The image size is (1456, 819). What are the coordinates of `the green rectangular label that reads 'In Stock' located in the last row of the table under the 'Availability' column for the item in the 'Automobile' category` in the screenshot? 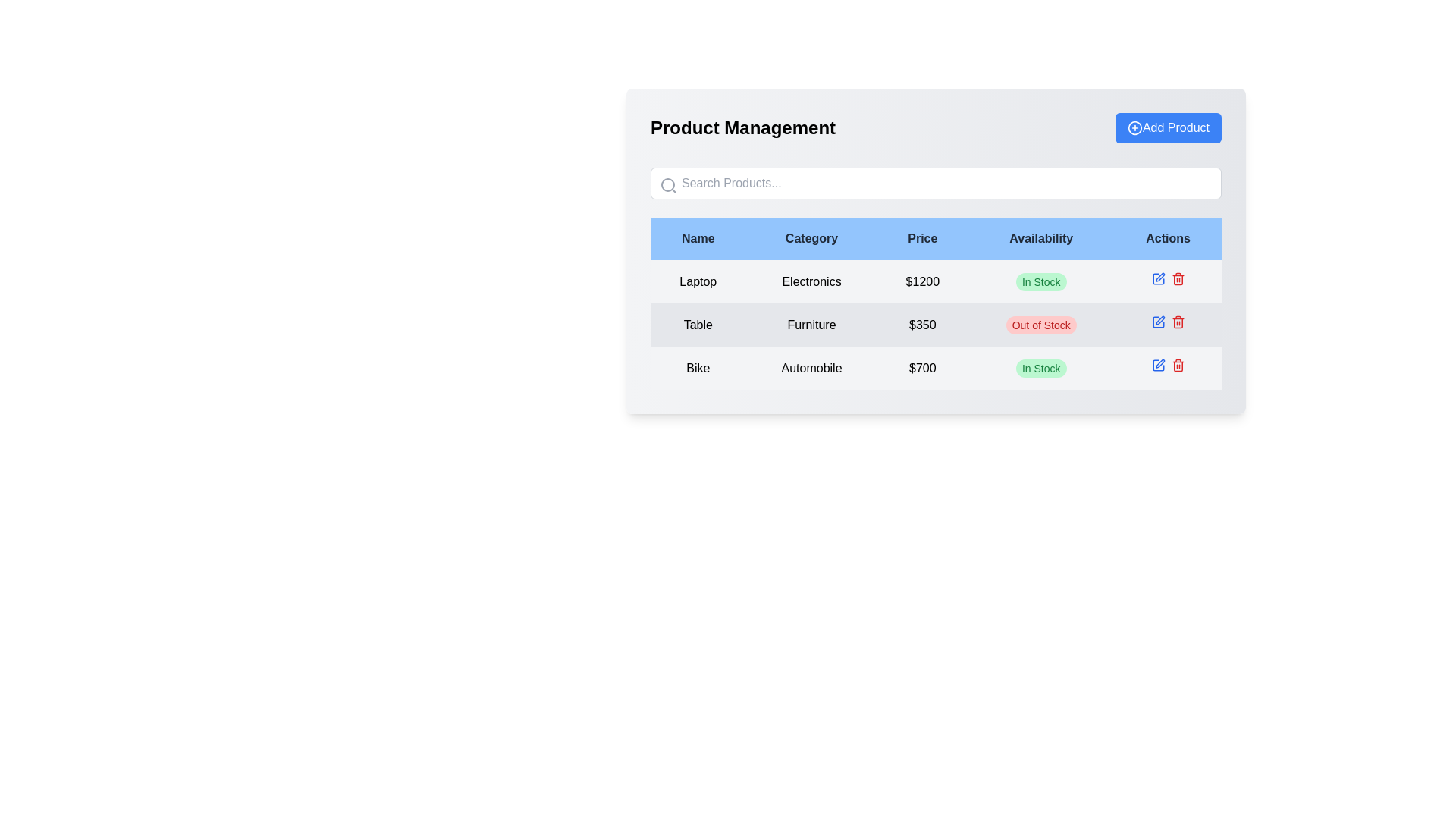 It's located at (1040, 368).